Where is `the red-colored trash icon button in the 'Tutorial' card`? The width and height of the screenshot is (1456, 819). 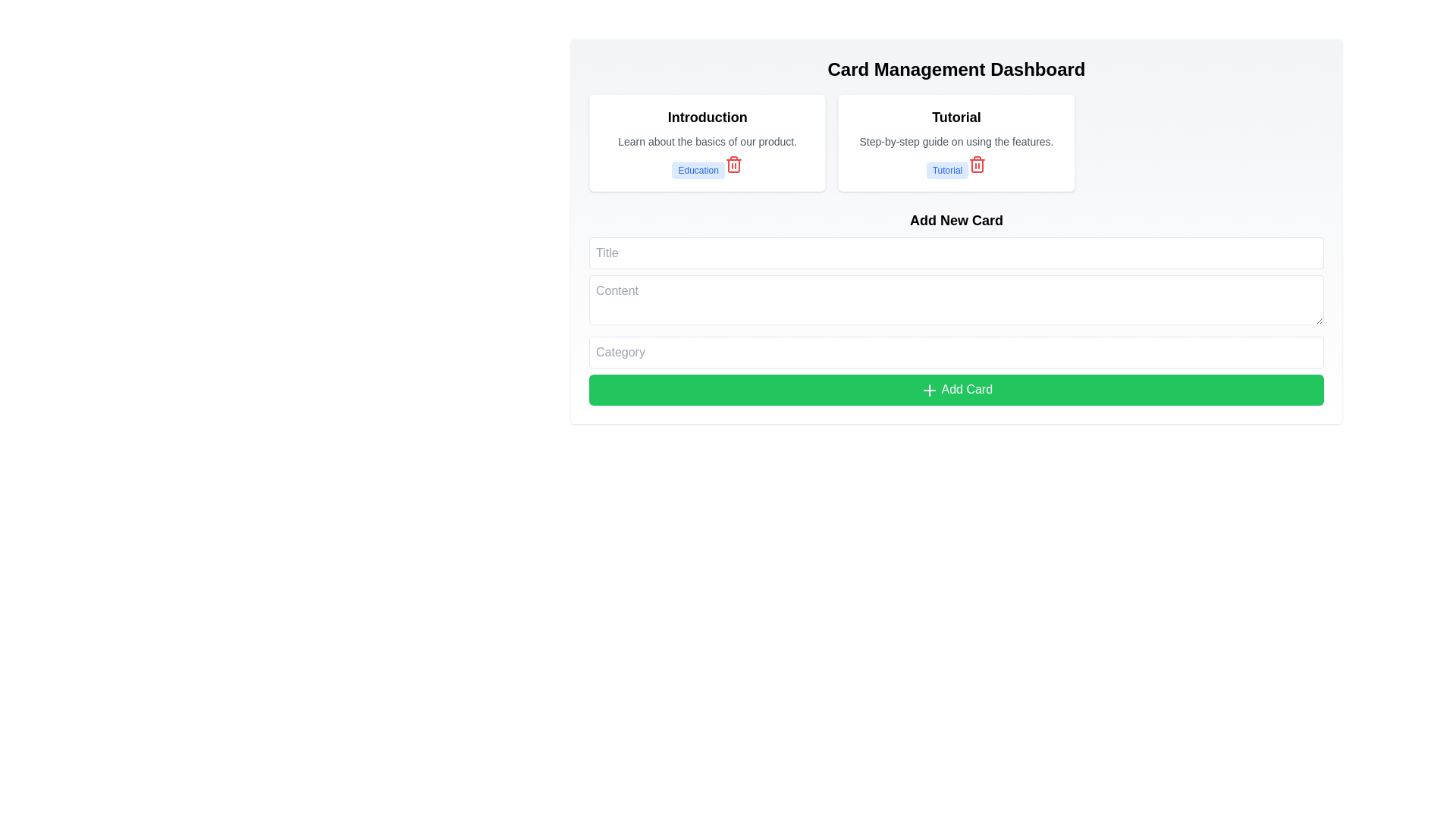
the red-colored trash icon button in the 'Tutorial' card is located at coordinates (977, 164).